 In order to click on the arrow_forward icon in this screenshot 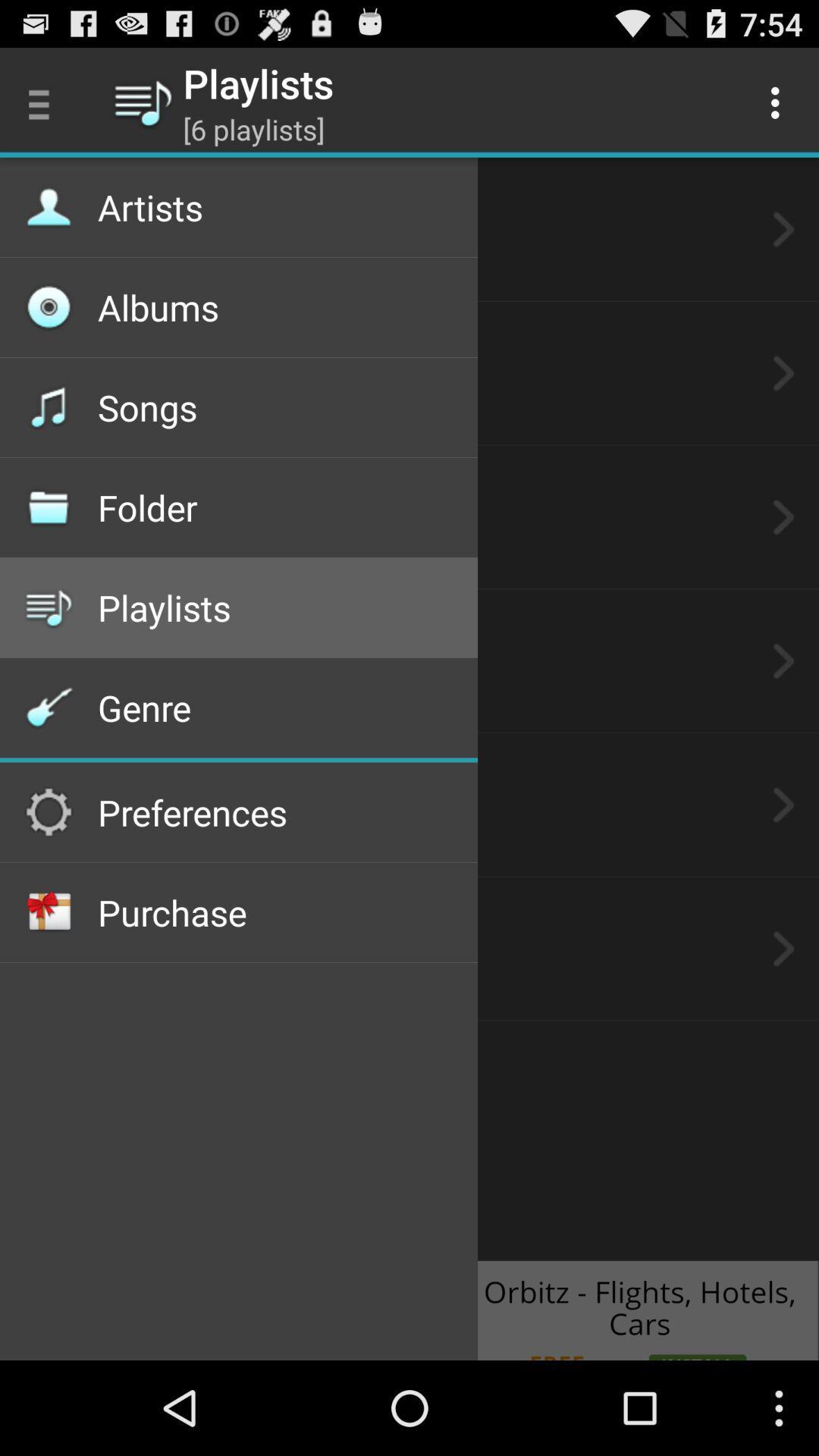, I will do `click(753, 245)`.